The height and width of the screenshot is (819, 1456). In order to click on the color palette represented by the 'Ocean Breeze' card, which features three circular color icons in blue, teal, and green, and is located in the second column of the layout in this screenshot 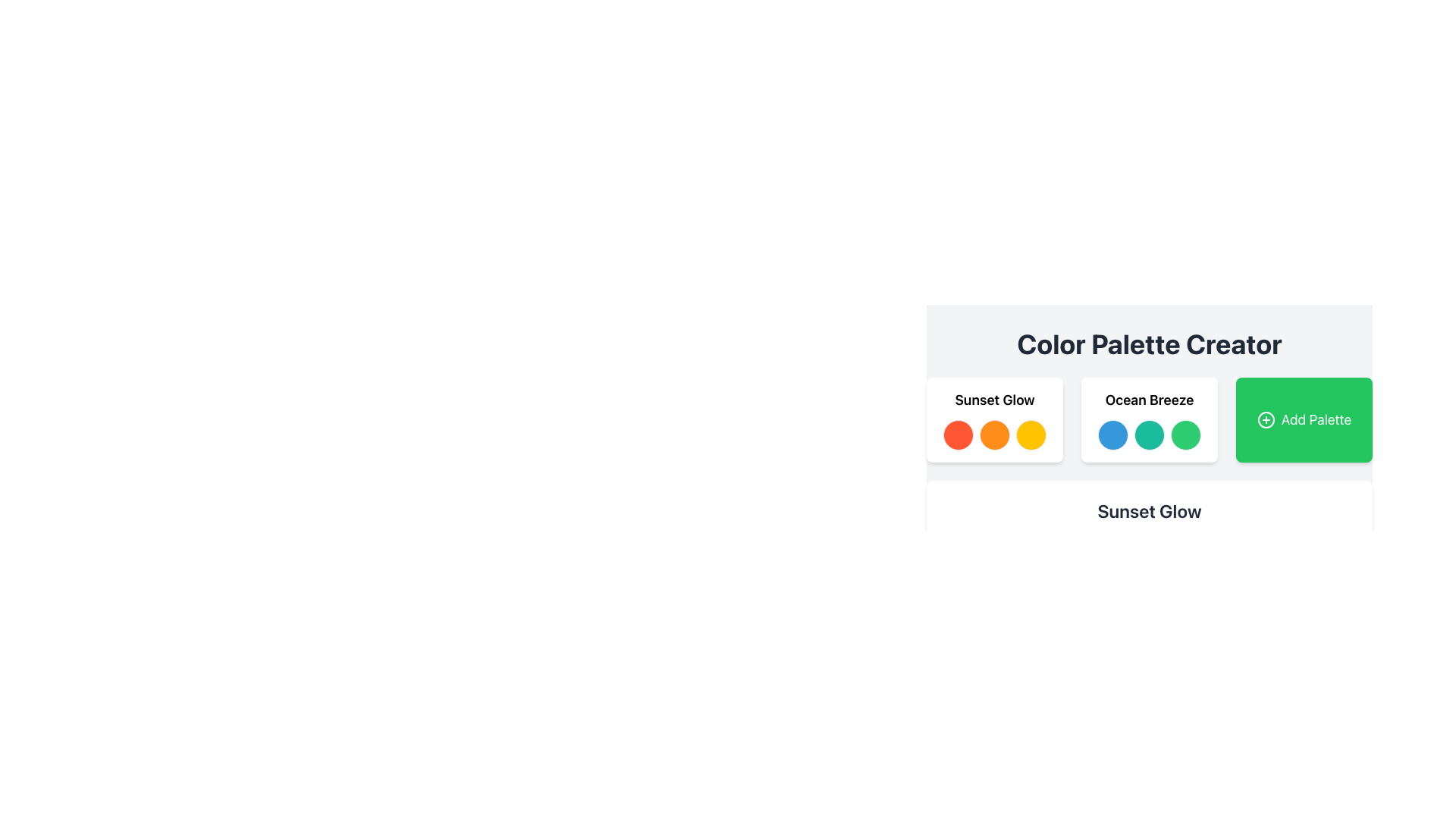, I will do `click(1150, 420)`.